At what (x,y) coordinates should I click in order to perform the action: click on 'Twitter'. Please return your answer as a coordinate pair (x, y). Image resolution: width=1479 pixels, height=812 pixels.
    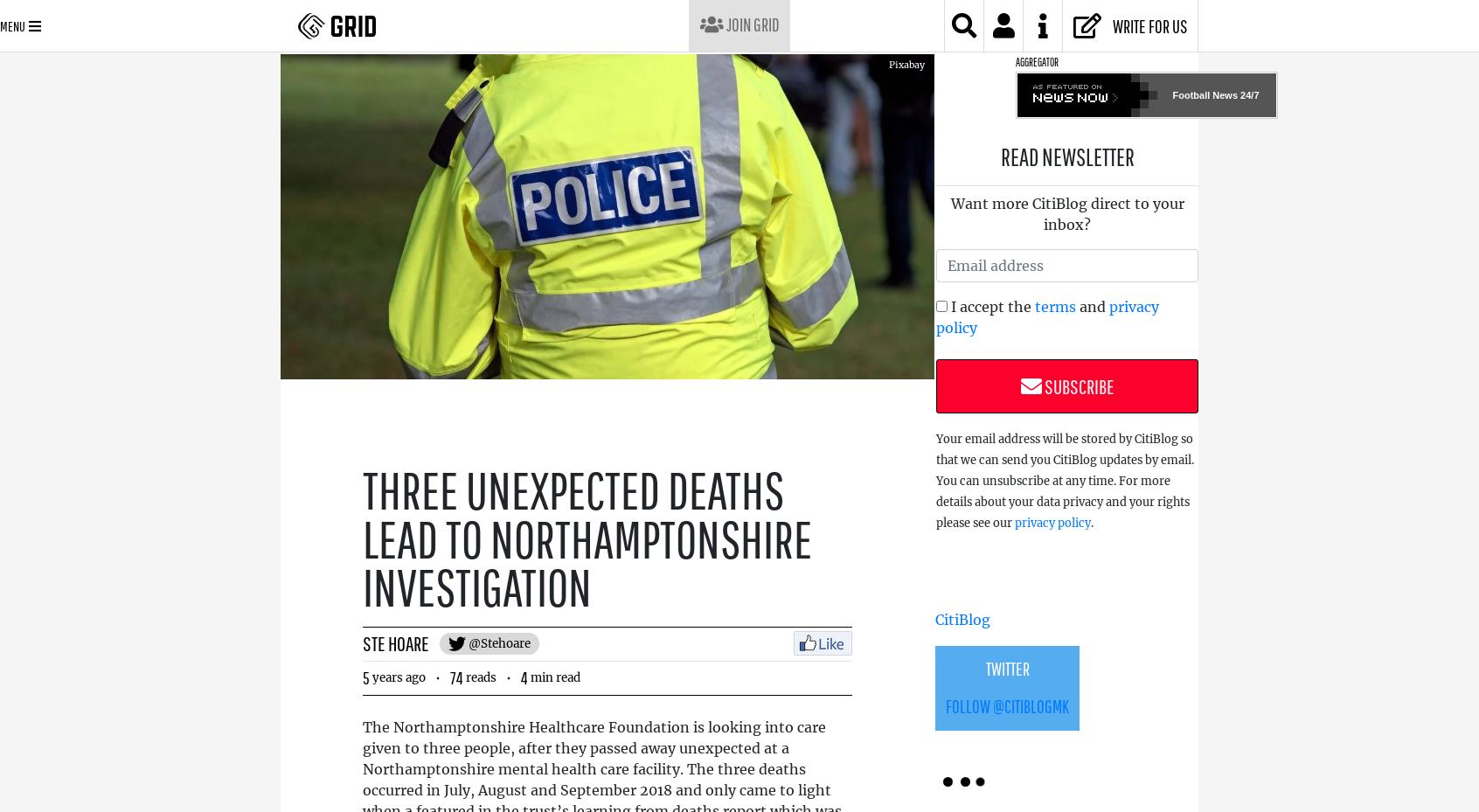
    Looking at the image, I should click on (985, 668).